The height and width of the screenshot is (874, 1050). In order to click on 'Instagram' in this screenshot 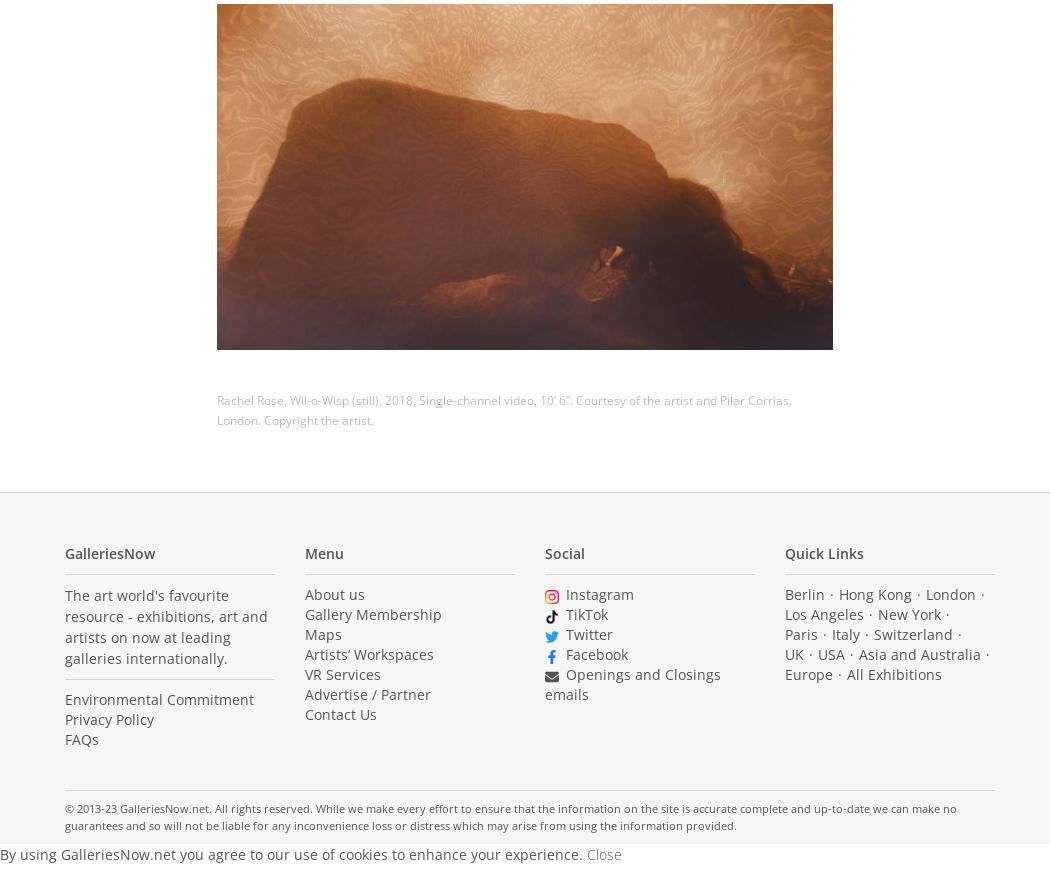, I will do `click(598, 593)`.